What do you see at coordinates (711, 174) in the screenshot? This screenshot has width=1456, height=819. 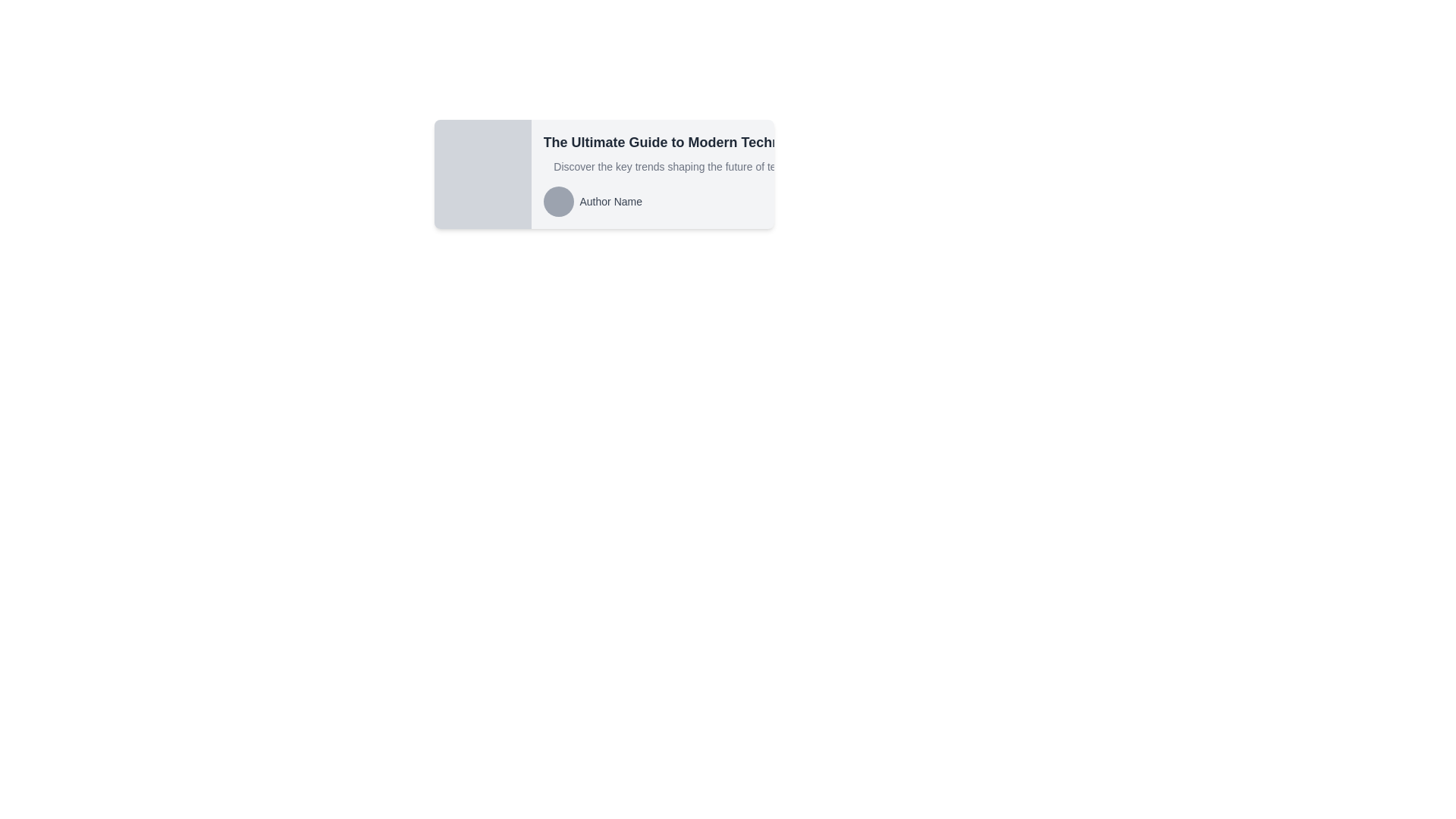 I see `the Content block element containing the title 'The Ultimate Guide to Modern Technology'` at bounding box center [711, 174].